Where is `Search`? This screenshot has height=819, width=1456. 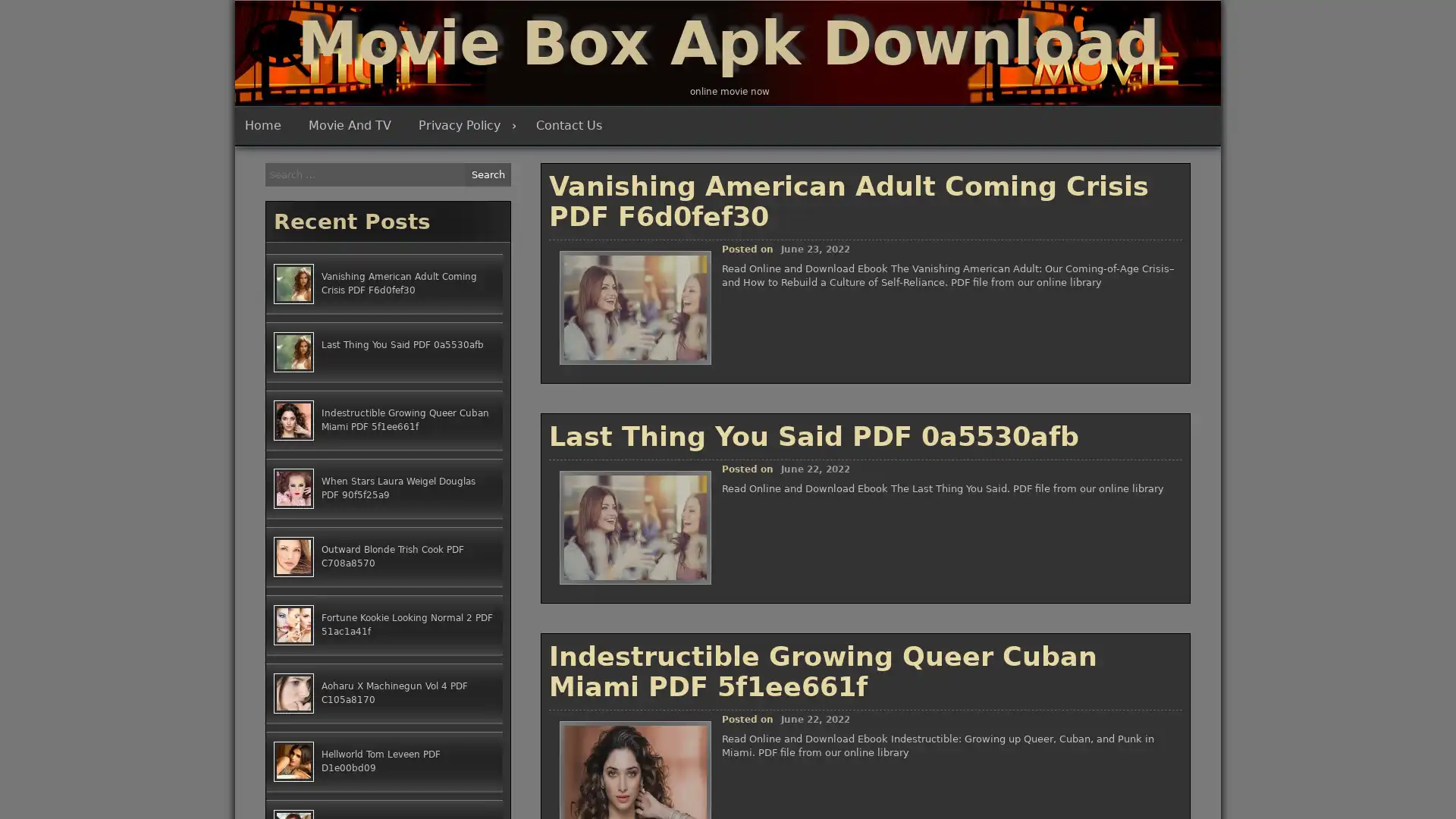 Search is located at coordinates (488, 174).